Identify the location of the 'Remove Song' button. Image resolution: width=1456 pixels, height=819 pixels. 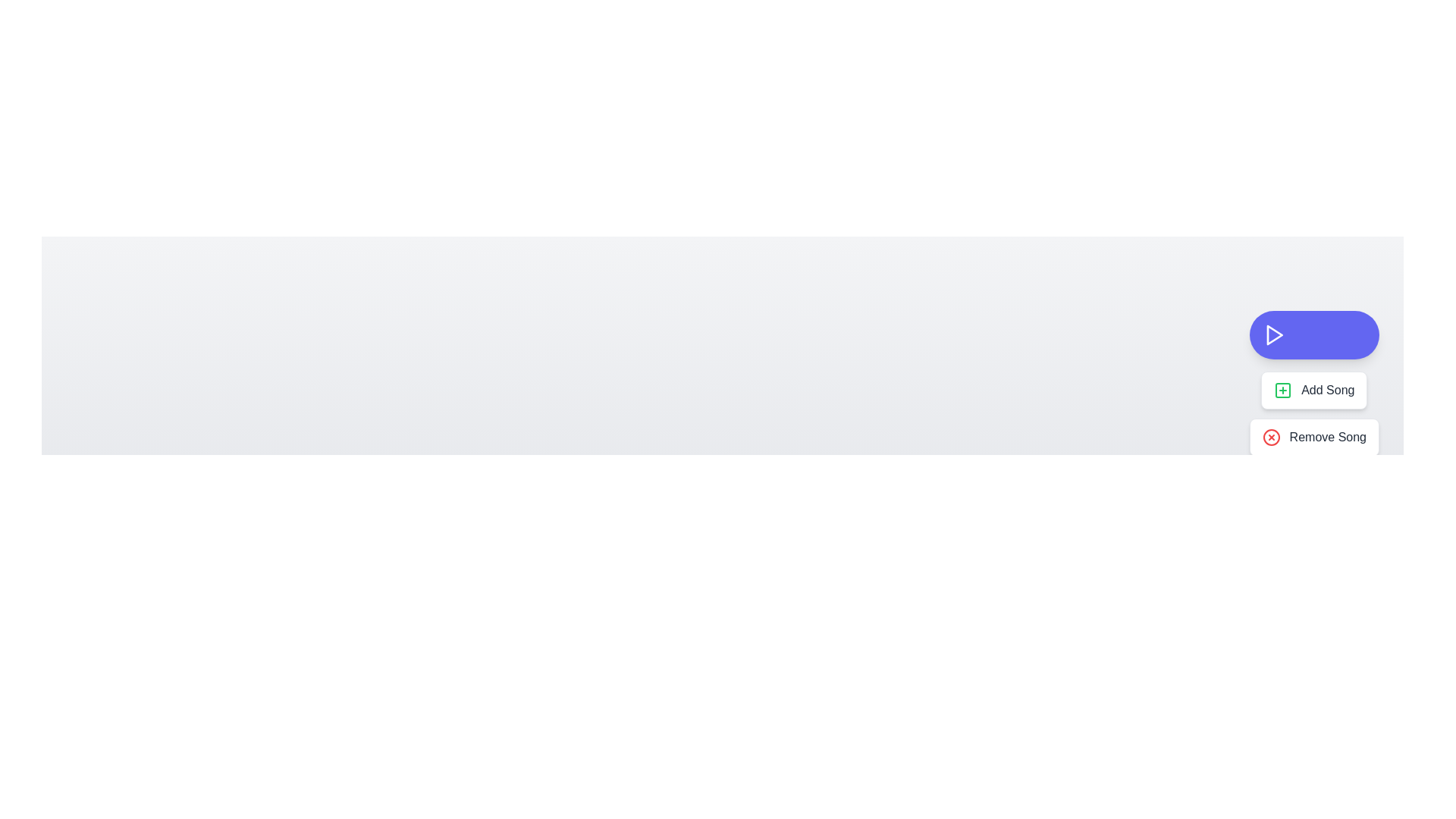
(1313, 438).